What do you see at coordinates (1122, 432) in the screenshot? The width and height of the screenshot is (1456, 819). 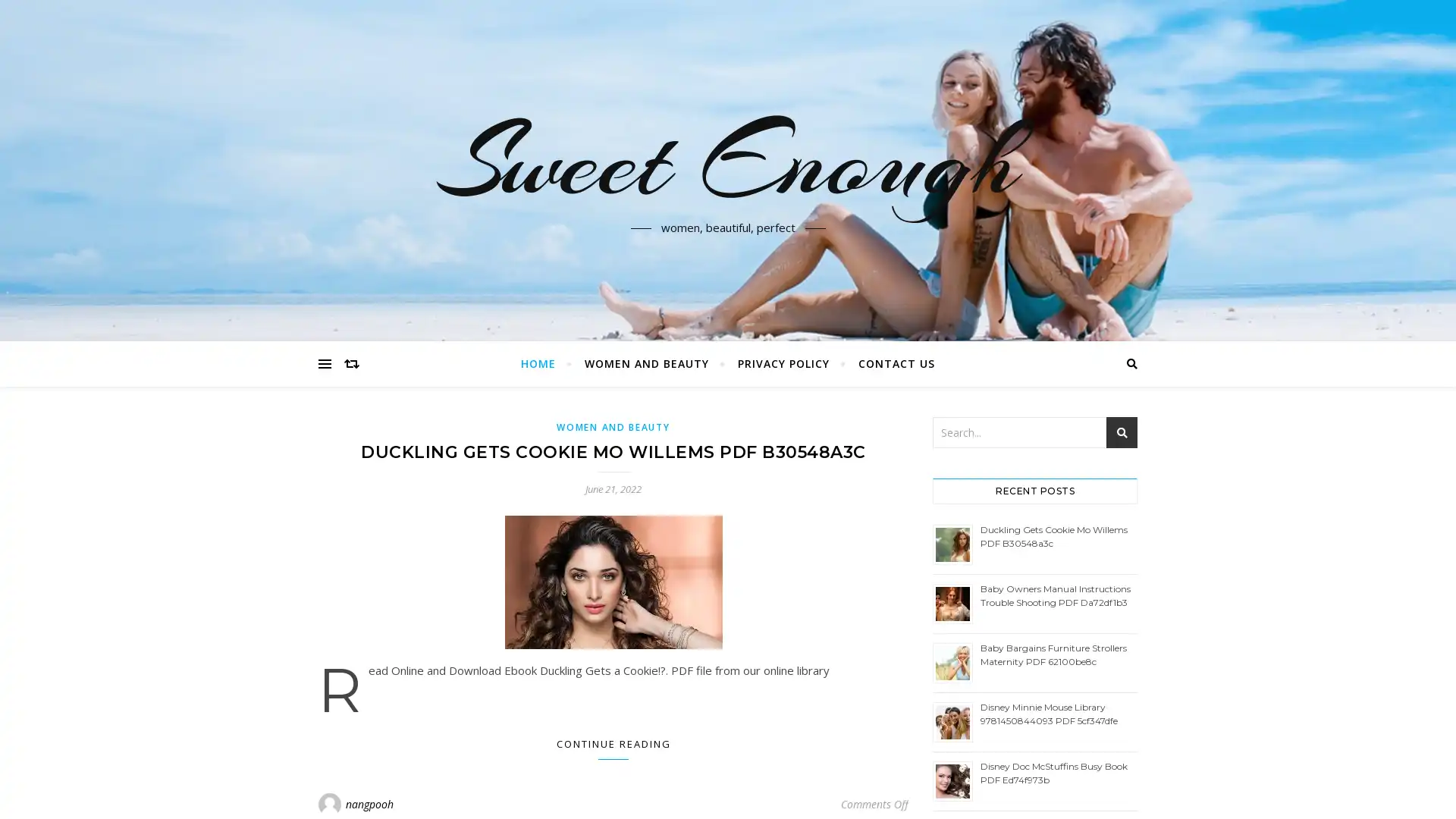 I see `st` at bounding box center [1122, 432].